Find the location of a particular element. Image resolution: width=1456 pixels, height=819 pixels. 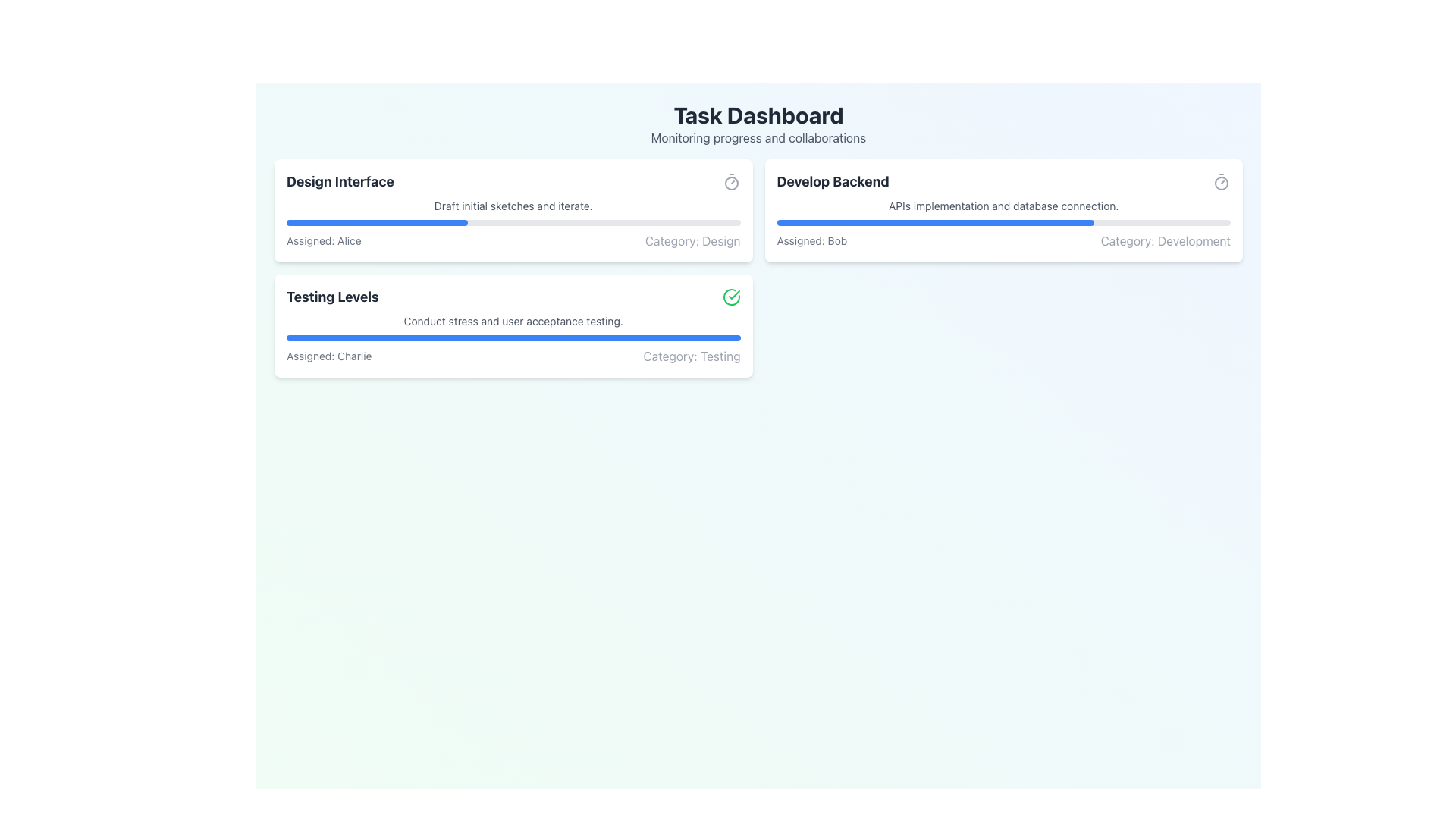

the blue progress bar located within the 'Develop Backend' task card in the 'Task Dashboard' section is located at coordinates (934, 222).